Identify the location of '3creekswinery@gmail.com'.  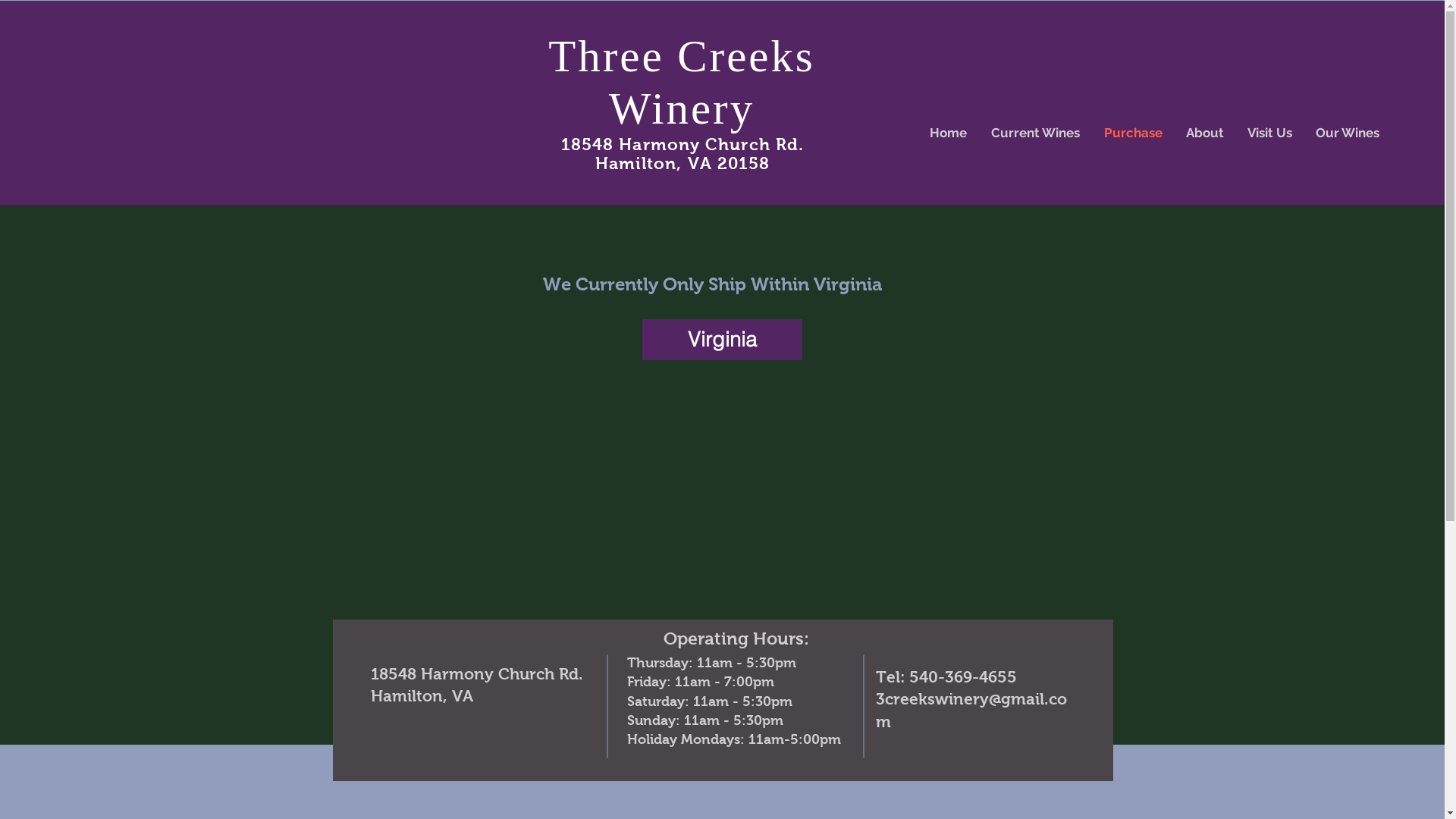
(971, 710).